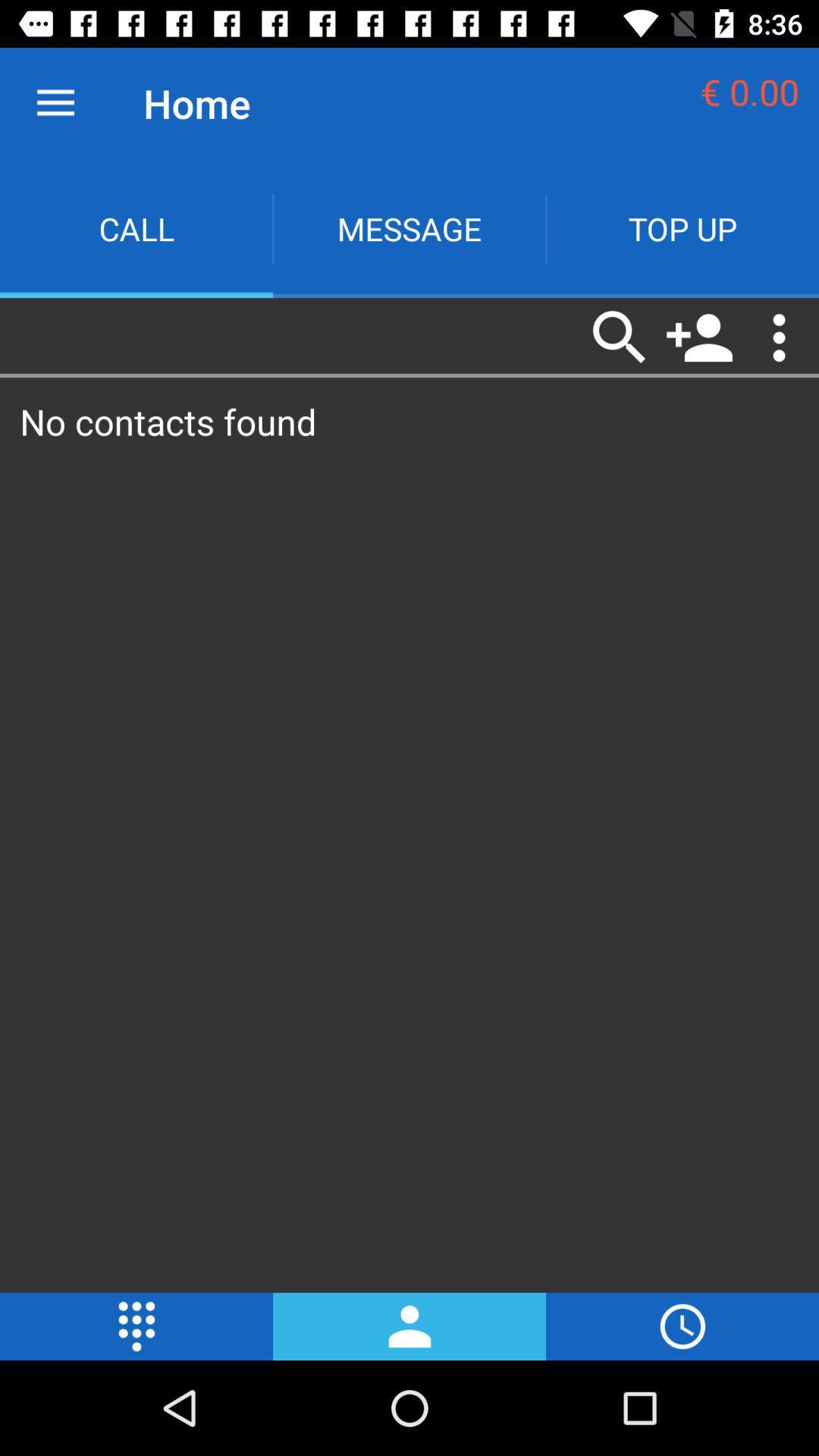 This screenshot has height=1456, width=819. I want to click on the search icon, so click(620, 337).